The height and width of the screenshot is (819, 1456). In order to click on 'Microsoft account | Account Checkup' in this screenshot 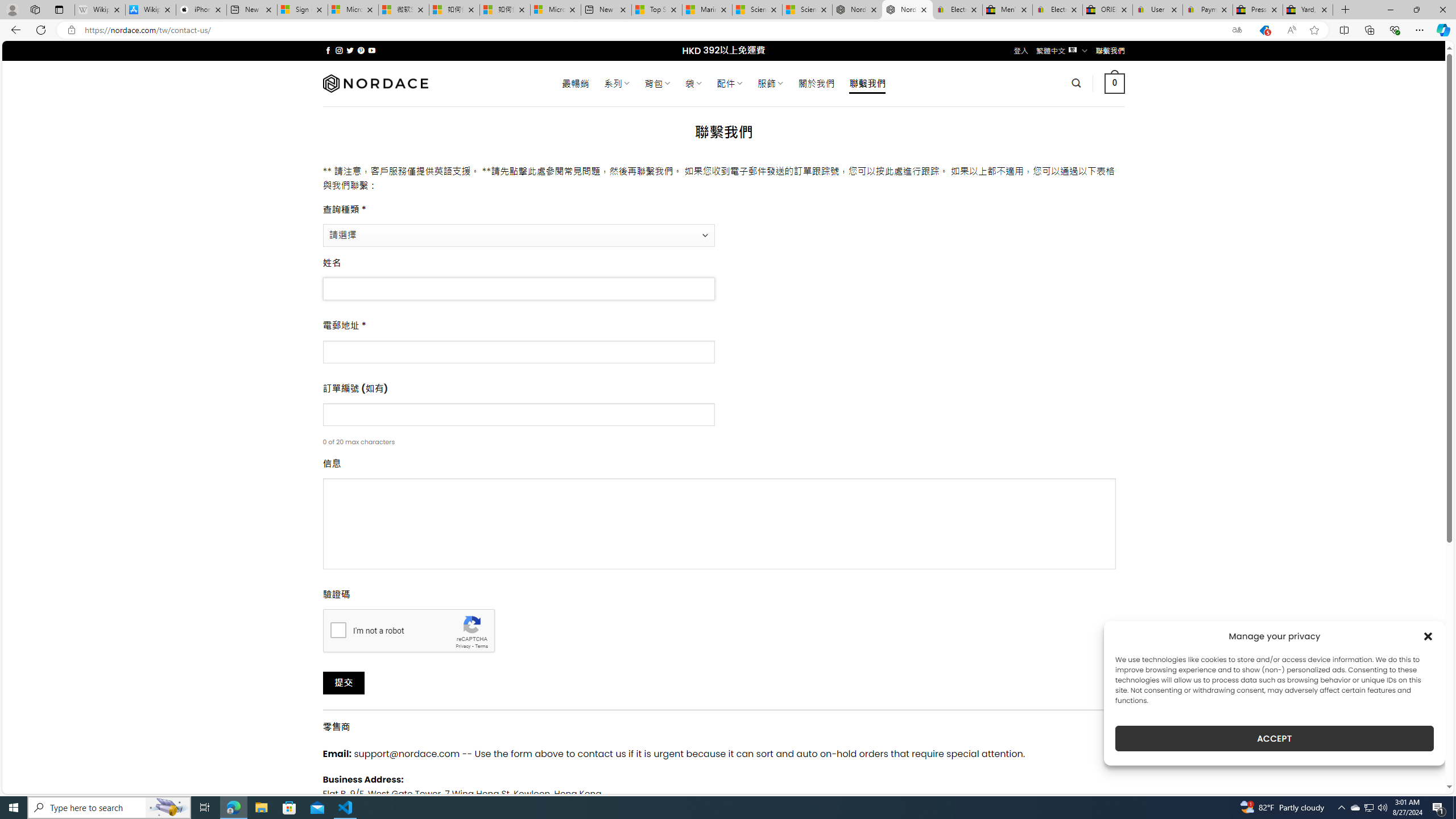, I will do `click(555, 9)`.